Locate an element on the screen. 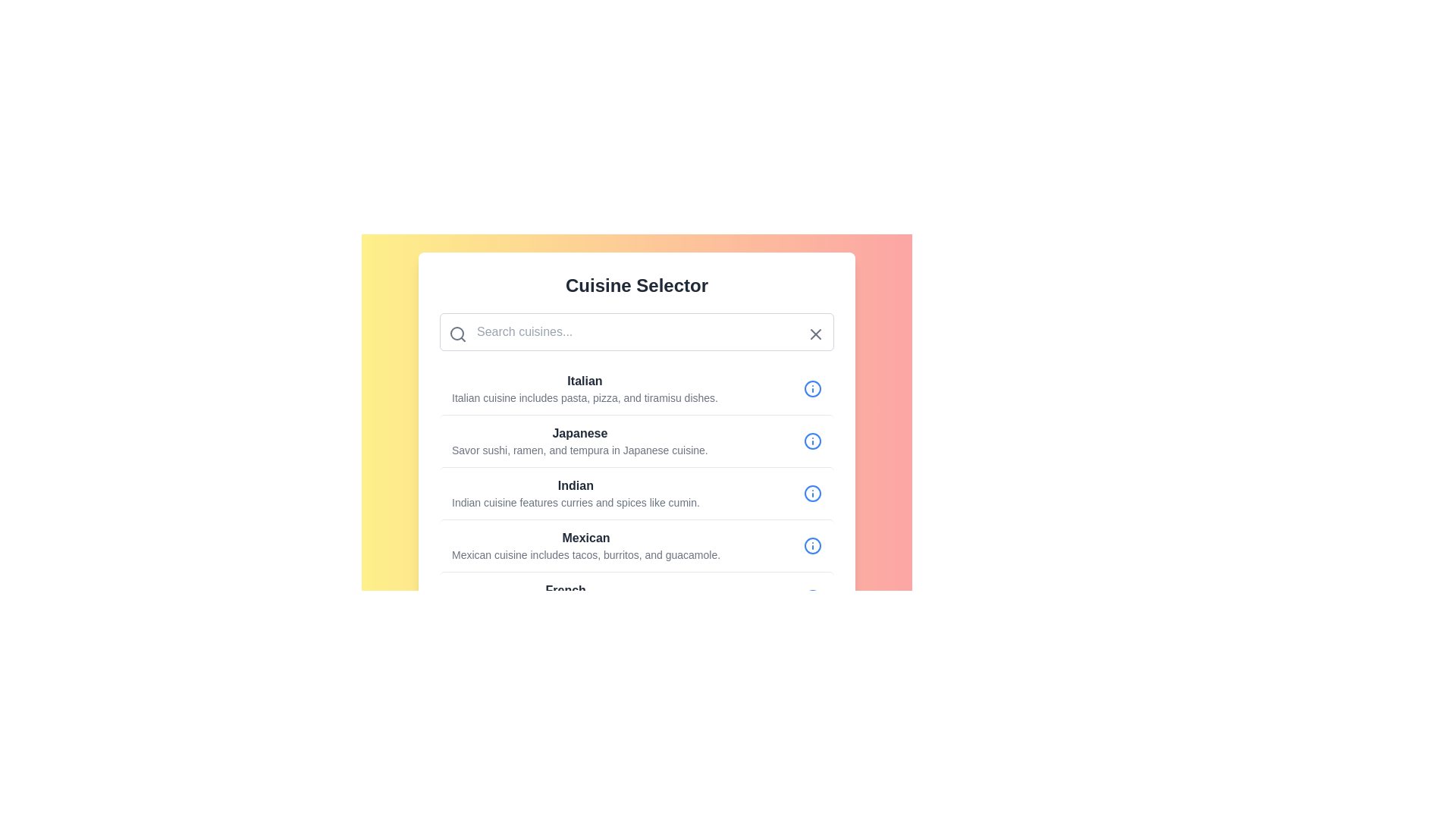 The width and height of the screenshot is (1456, 819). the descriptive text stating 'Italian cuisine includes pasta, pizza, and tiramisu dishes.' which is positioned below the 'Italian' header and is part of the first entry in the list of cuisines is located at coordinates (584, 397).